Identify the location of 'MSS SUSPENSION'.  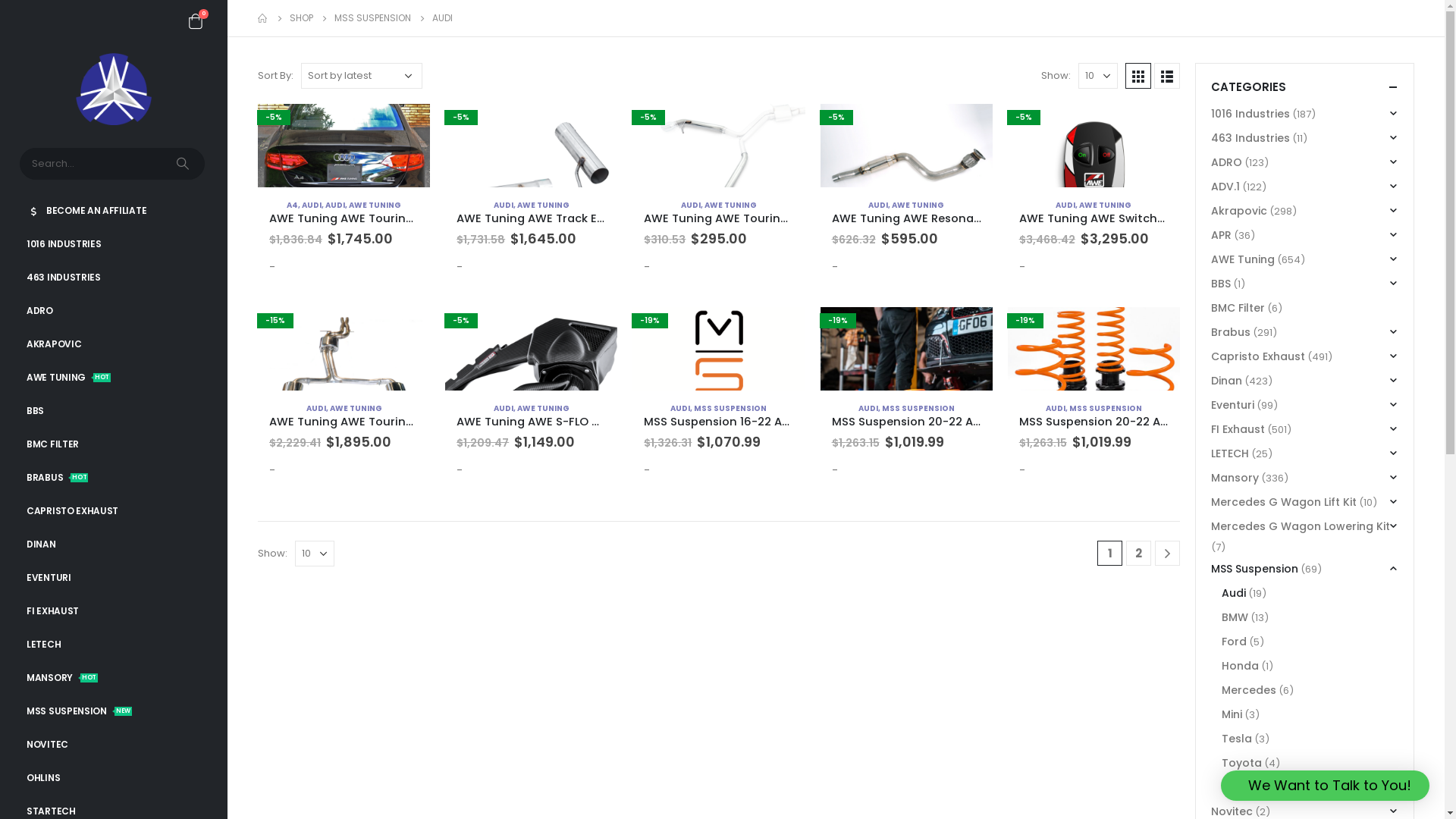
(372, 17).